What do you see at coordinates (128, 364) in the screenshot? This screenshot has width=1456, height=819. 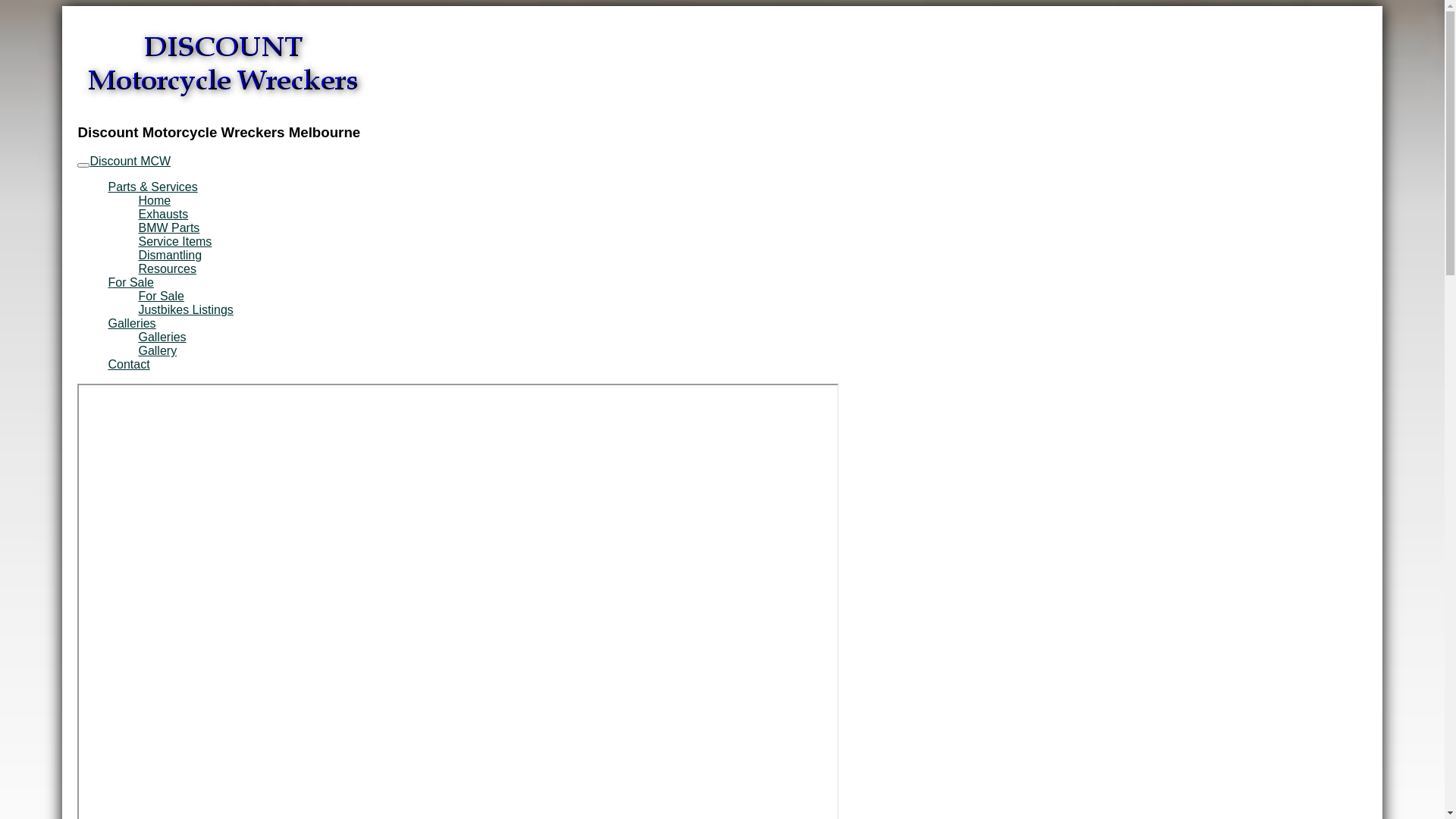 I see `'Contact'` at bounding box center [128, 364].